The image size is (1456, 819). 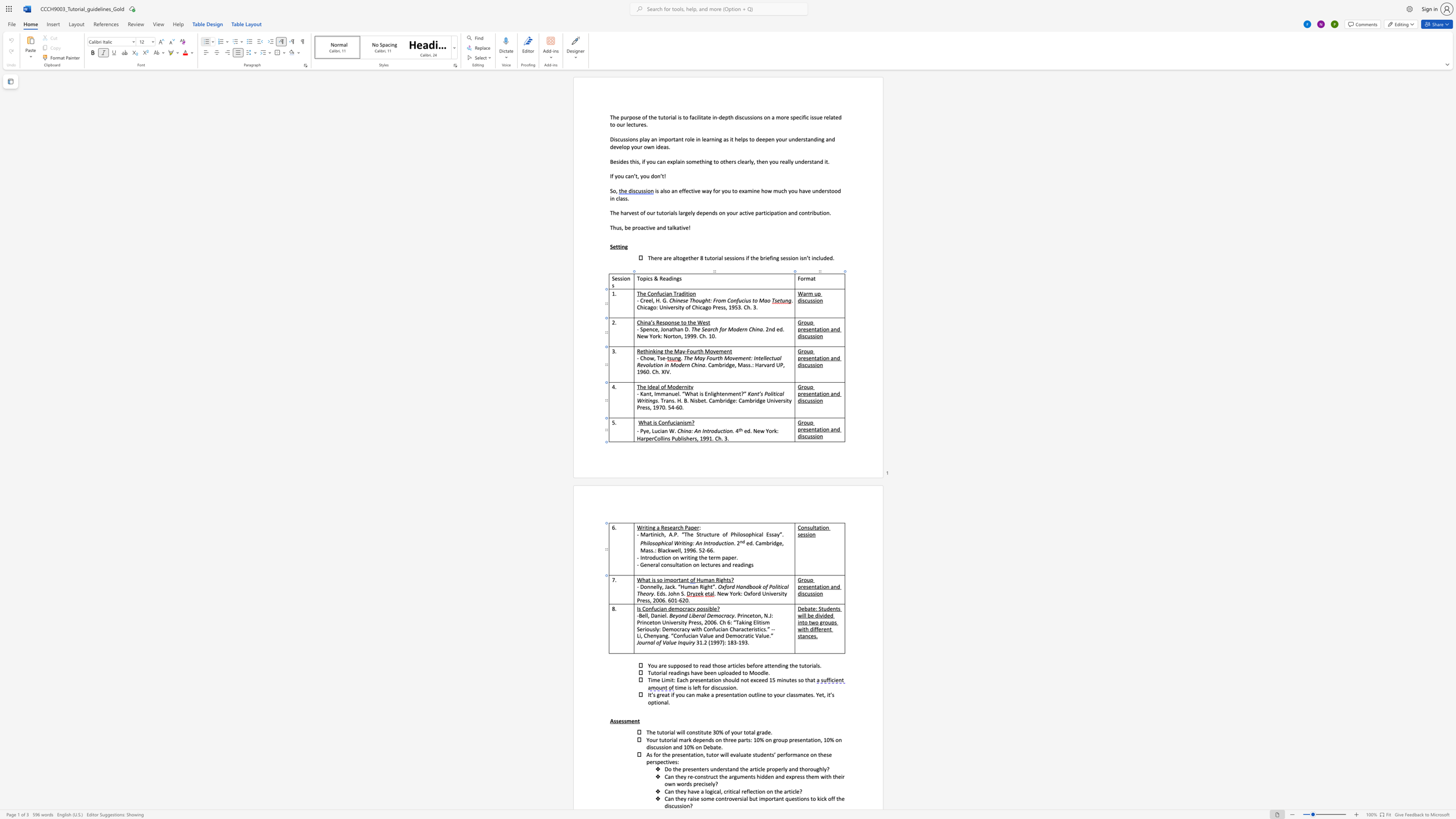 What do you see at coordinates (746, 564) in the screenshot?
I see `the 6th character "n" in the text` at bounding box center [746, 564].